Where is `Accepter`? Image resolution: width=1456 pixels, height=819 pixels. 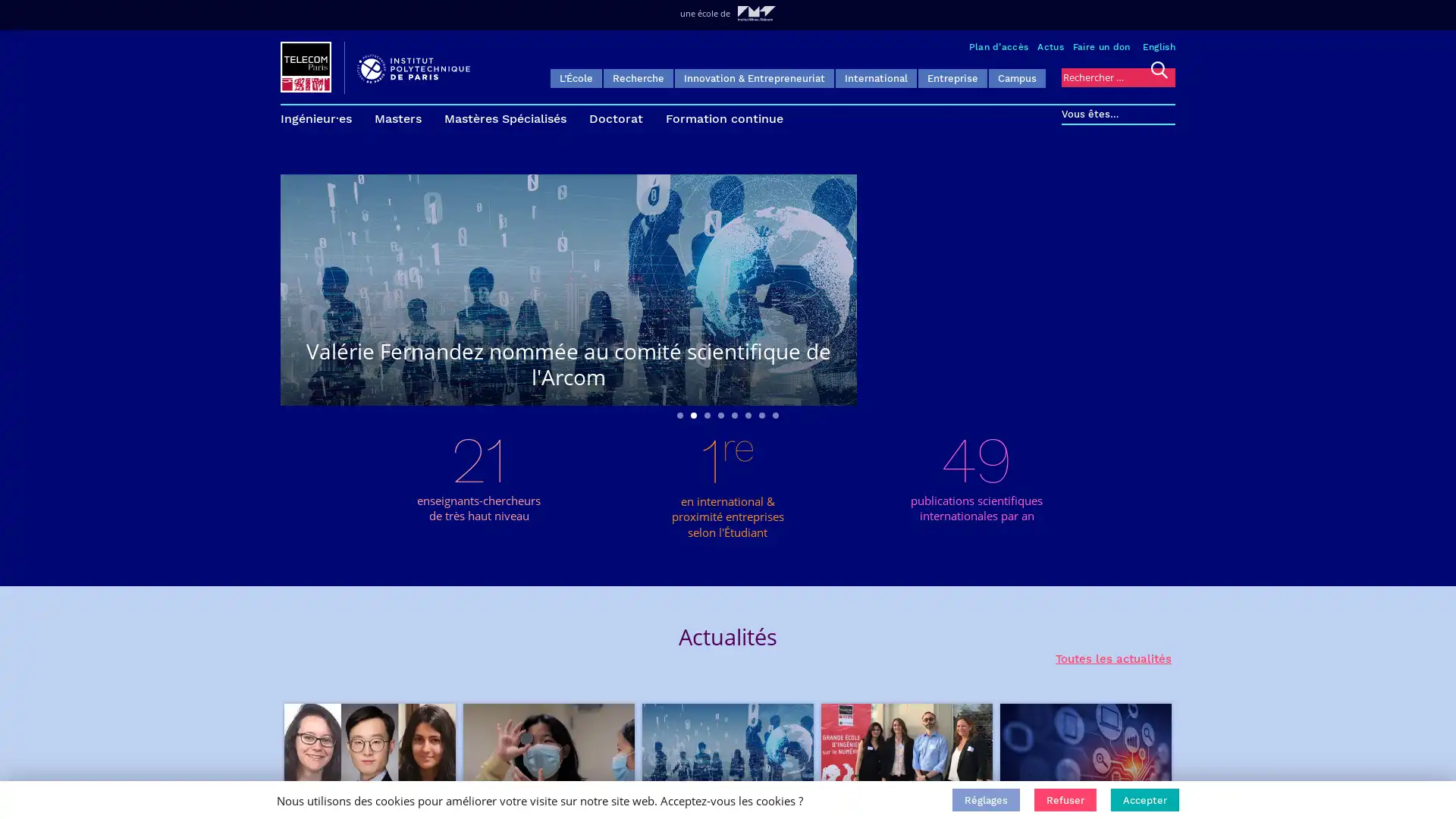
Accepter is located at coordinates (1145, 799).